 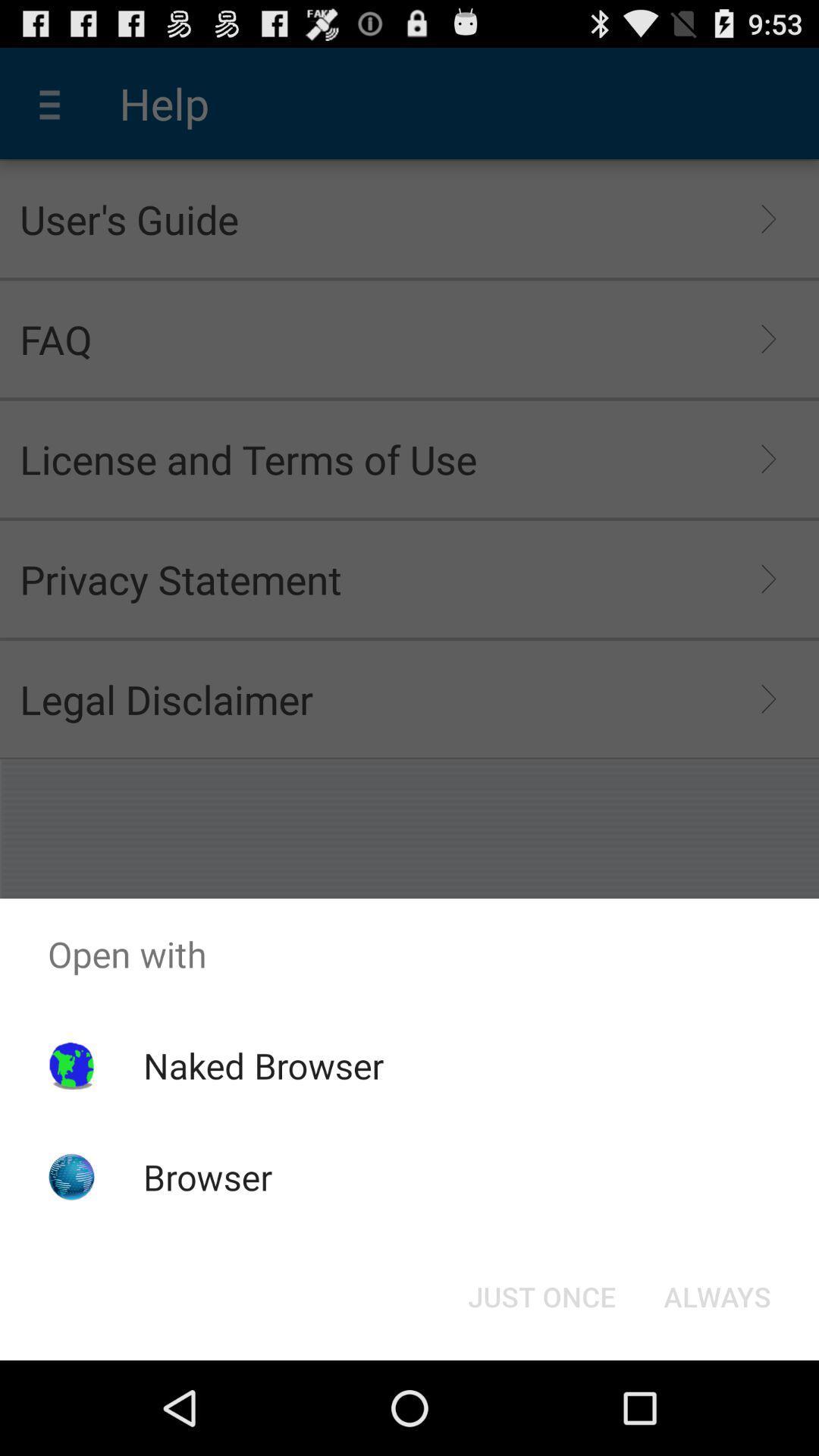 What do you see at coordinates (717, 1295) in the screenshot?
I see `the item below the open with item` at bounding box center [717, 1295].